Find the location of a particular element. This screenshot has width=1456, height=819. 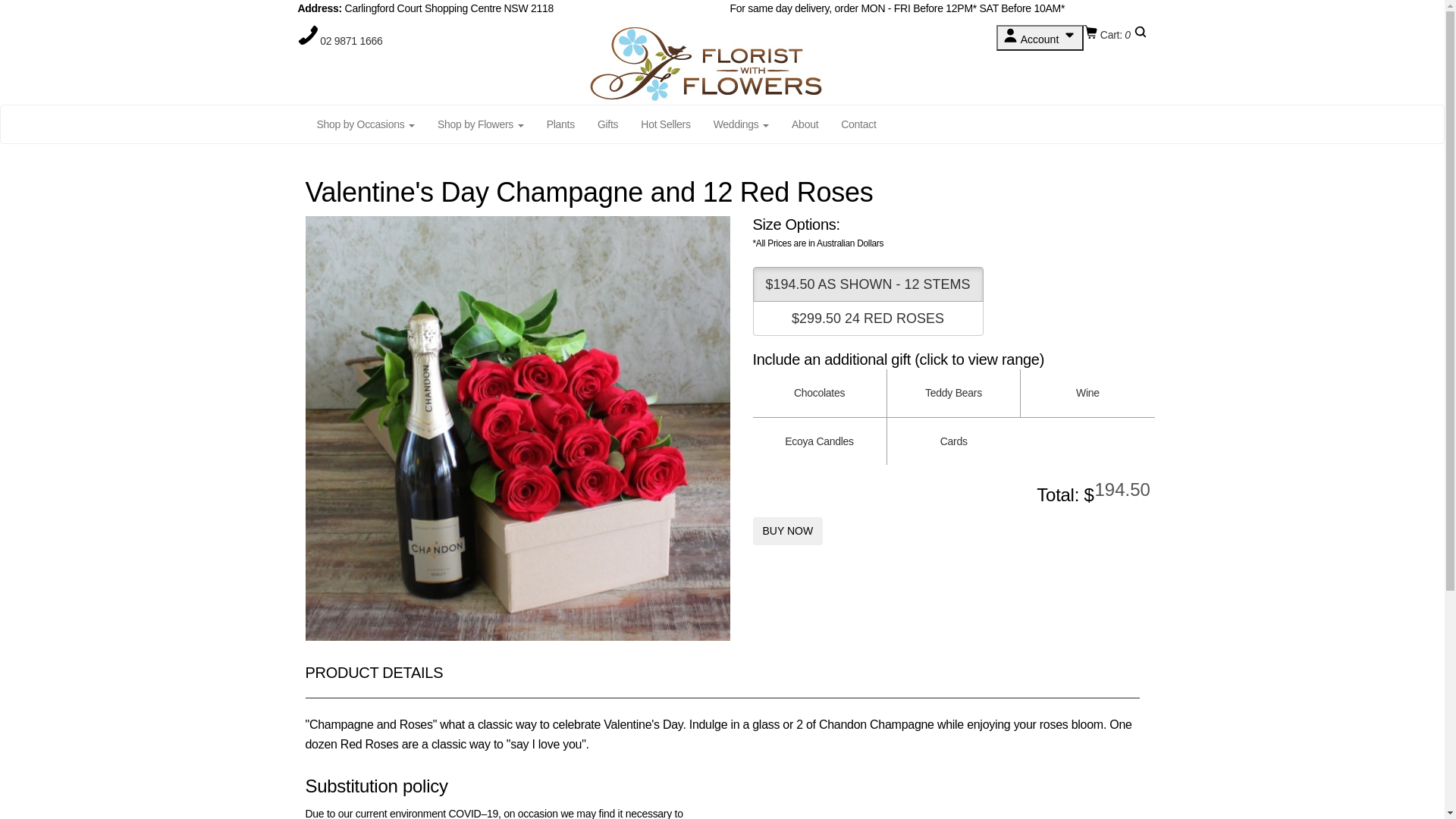

'Weddings' is located at coordinates (701, 124).